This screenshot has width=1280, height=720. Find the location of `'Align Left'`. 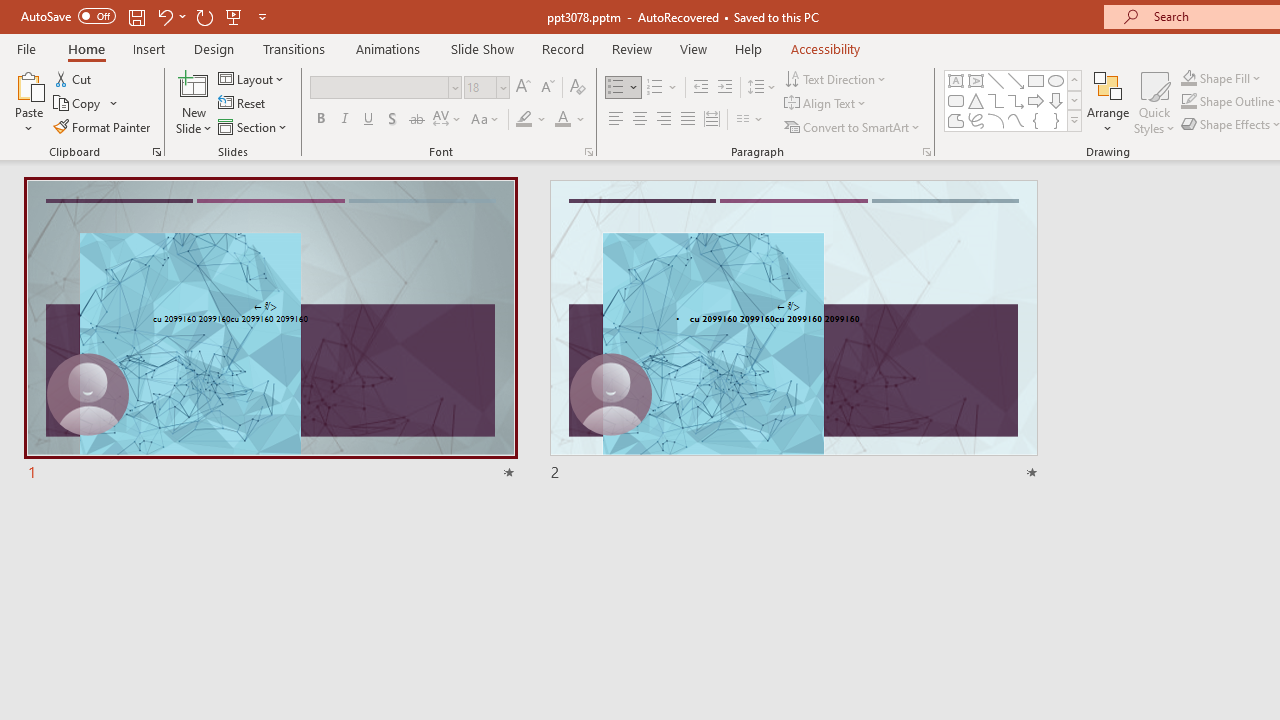

'Align Left' is located at coordinates (615, 119).